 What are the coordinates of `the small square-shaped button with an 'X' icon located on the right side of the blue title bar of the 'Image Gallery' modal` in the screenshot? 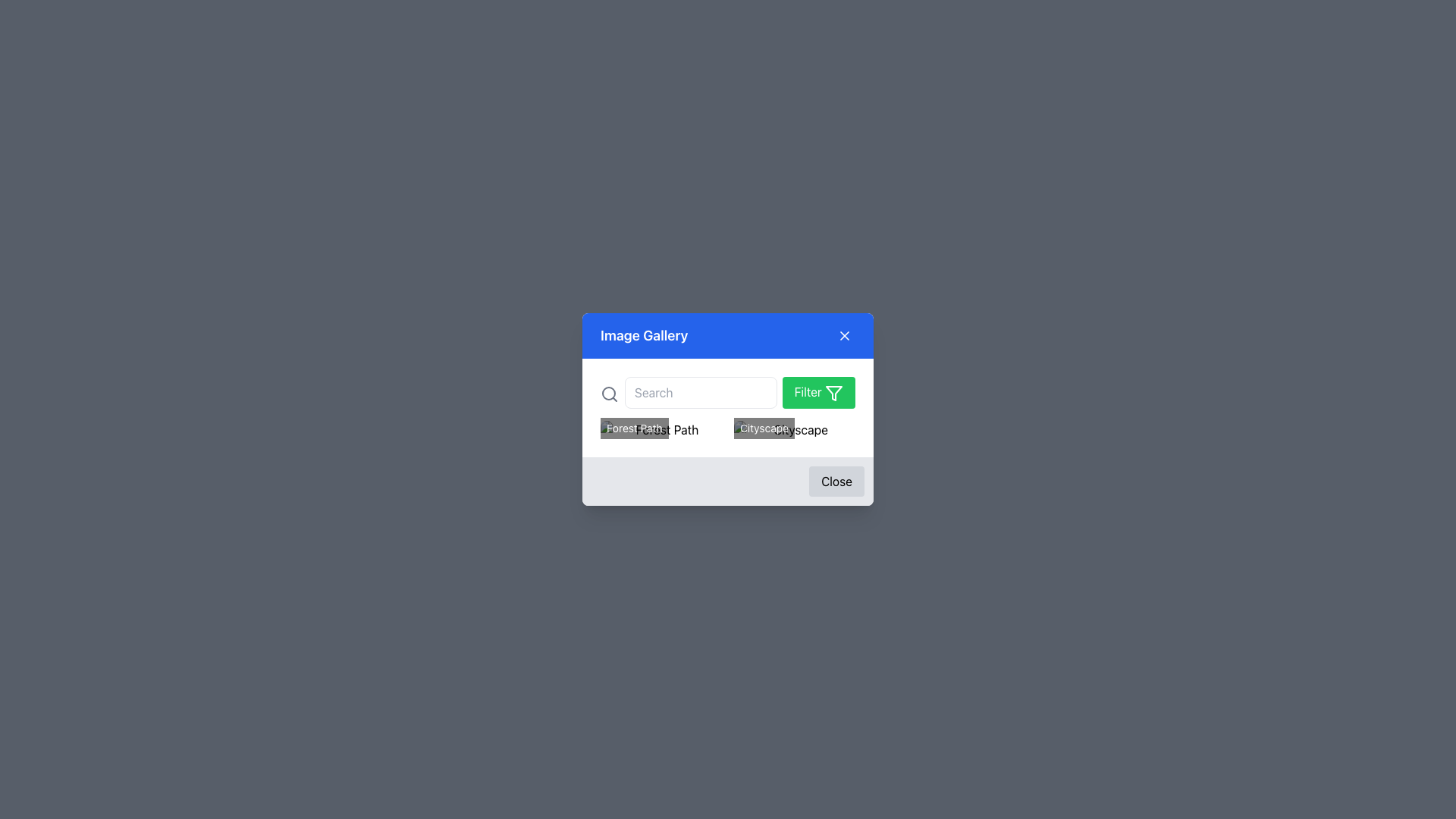 It's located at (843, 335).